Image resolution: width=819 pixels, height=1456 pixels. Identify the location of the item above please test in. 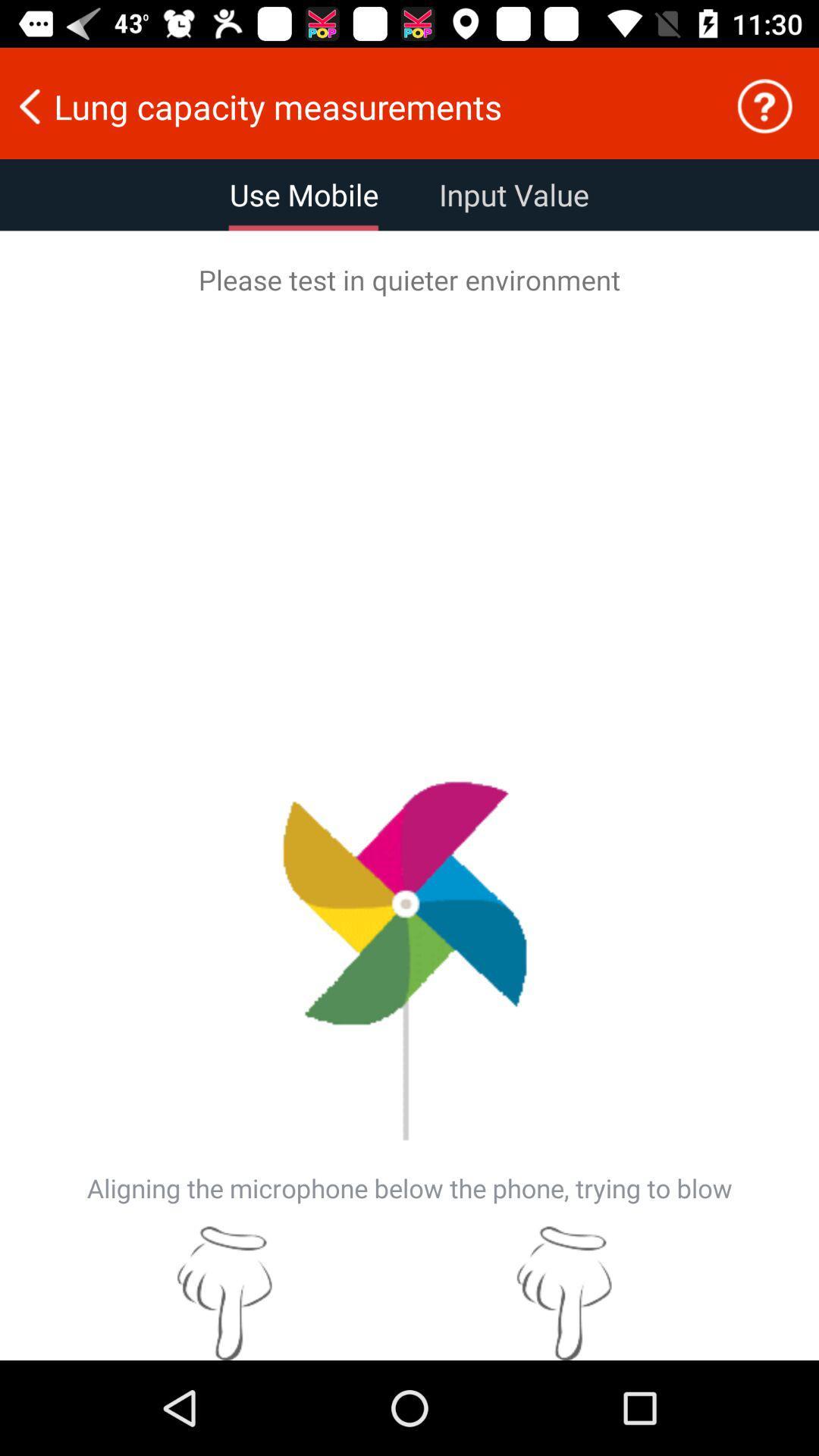
(304, 194).